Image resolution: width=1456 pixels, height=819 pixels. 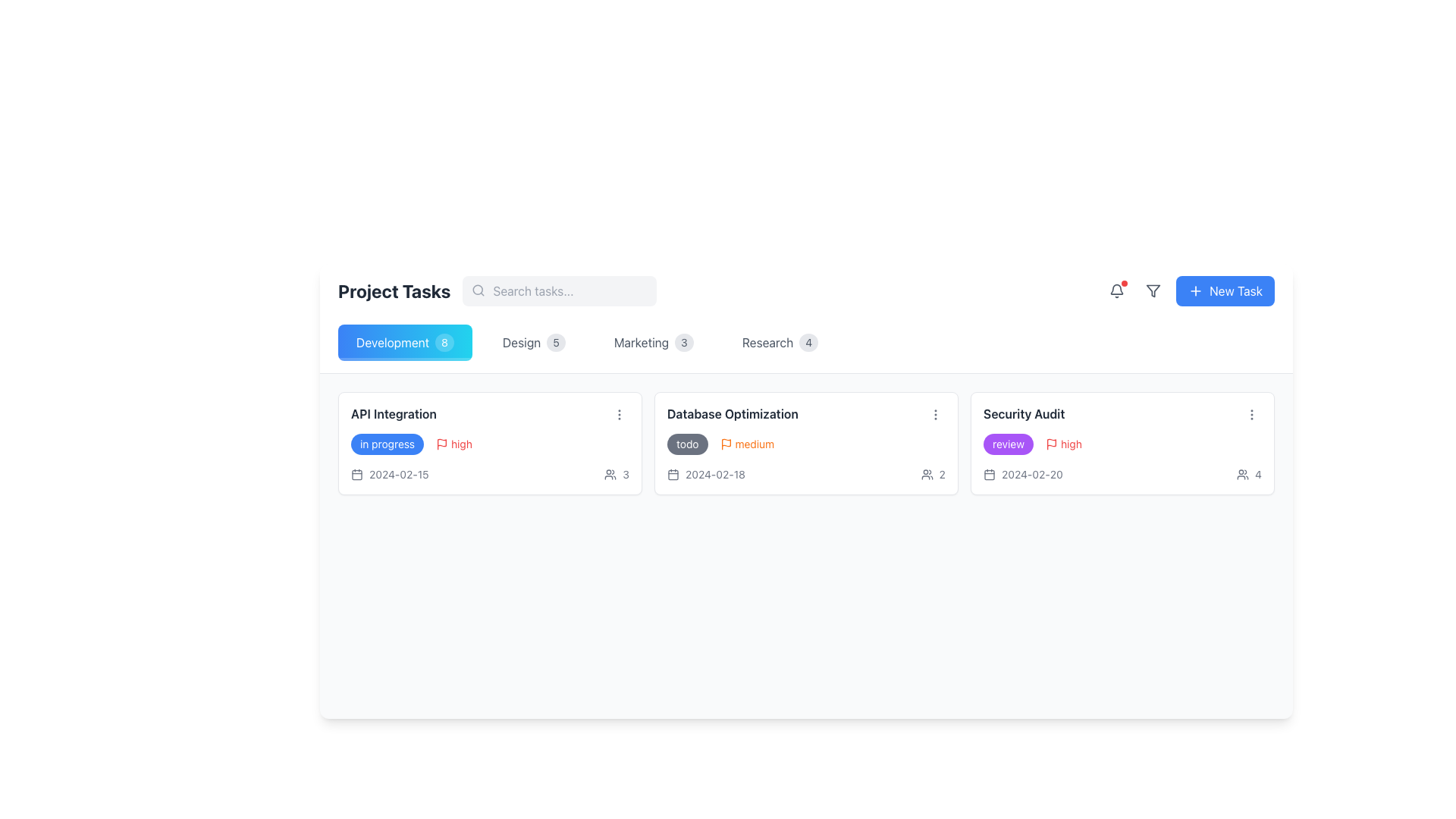 I want to click on the text and icon combination displaying the deadline or relevant date for the 'Database Optimization' task, located in the bottom left section of the task card, so click(x=705, y=473).